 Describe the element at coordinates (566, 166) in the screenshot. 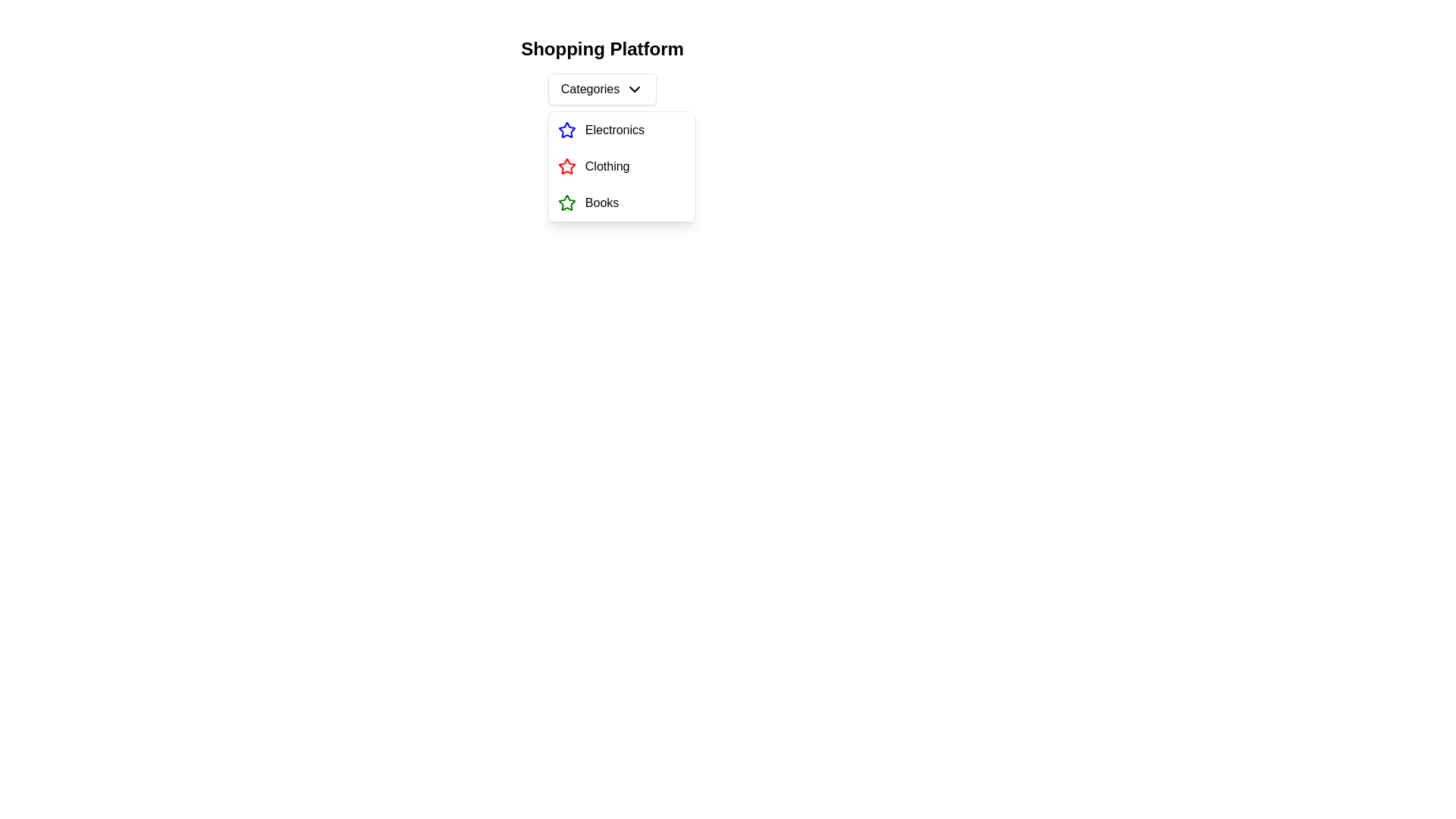

I see `the star-shaped icon located within the 'Clothing' menu item, which serves as a visual symbol for identification` at that location.